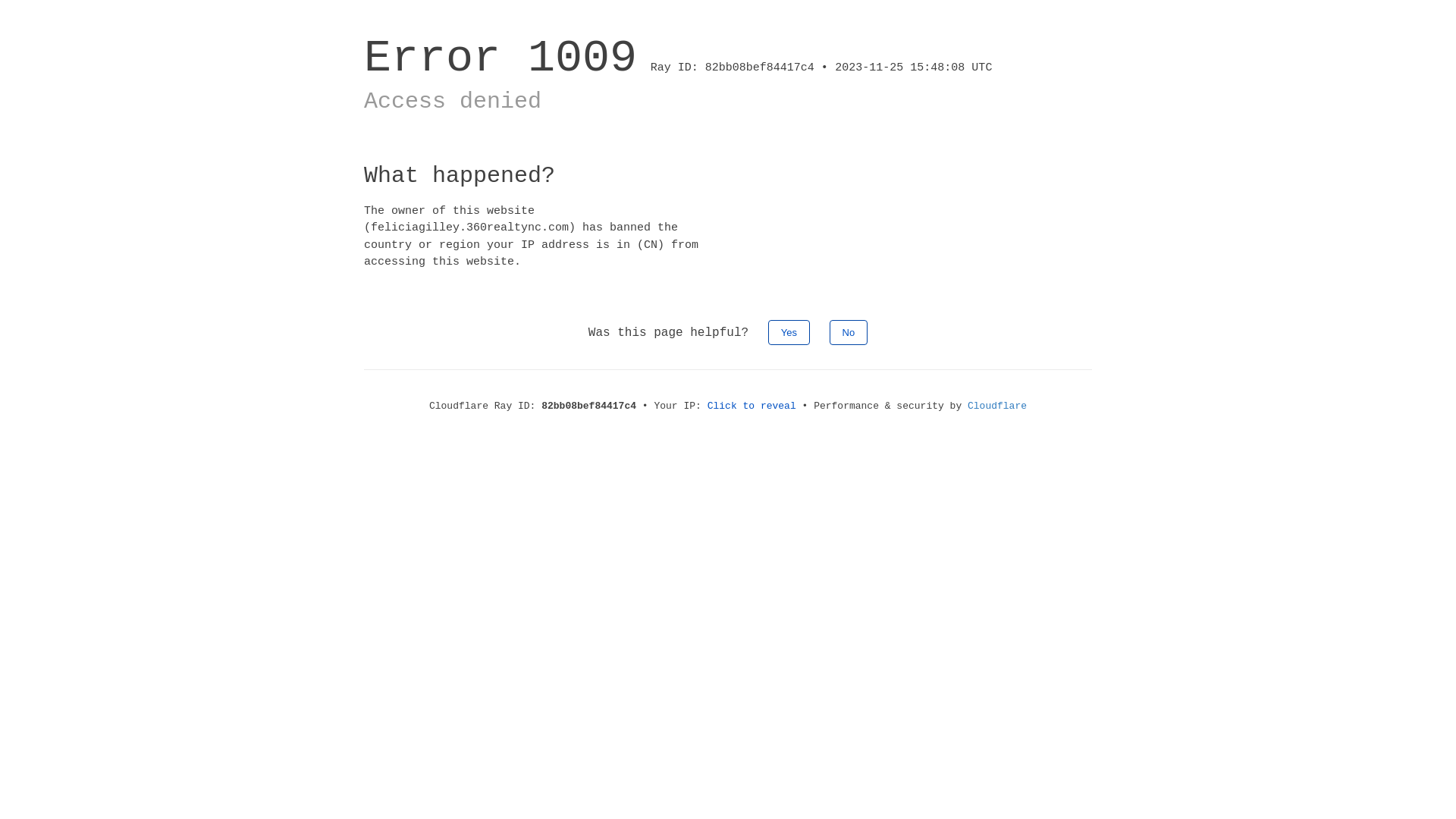 This screenshot has height=819, width=1456. I want to click on 'Cloudflare', so click(967, 405).